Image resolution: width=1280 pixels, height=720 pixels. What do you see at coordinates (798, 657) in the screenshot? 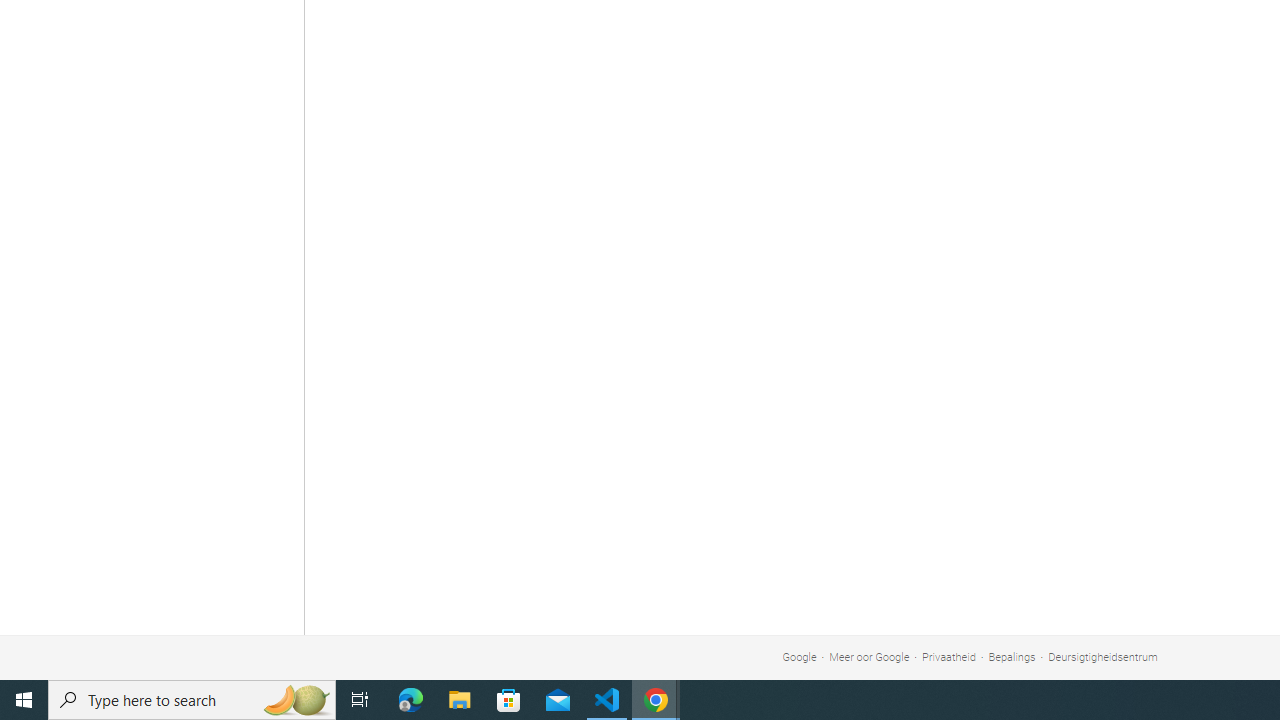
I see `'Google'` at bounding box center [798, 657].